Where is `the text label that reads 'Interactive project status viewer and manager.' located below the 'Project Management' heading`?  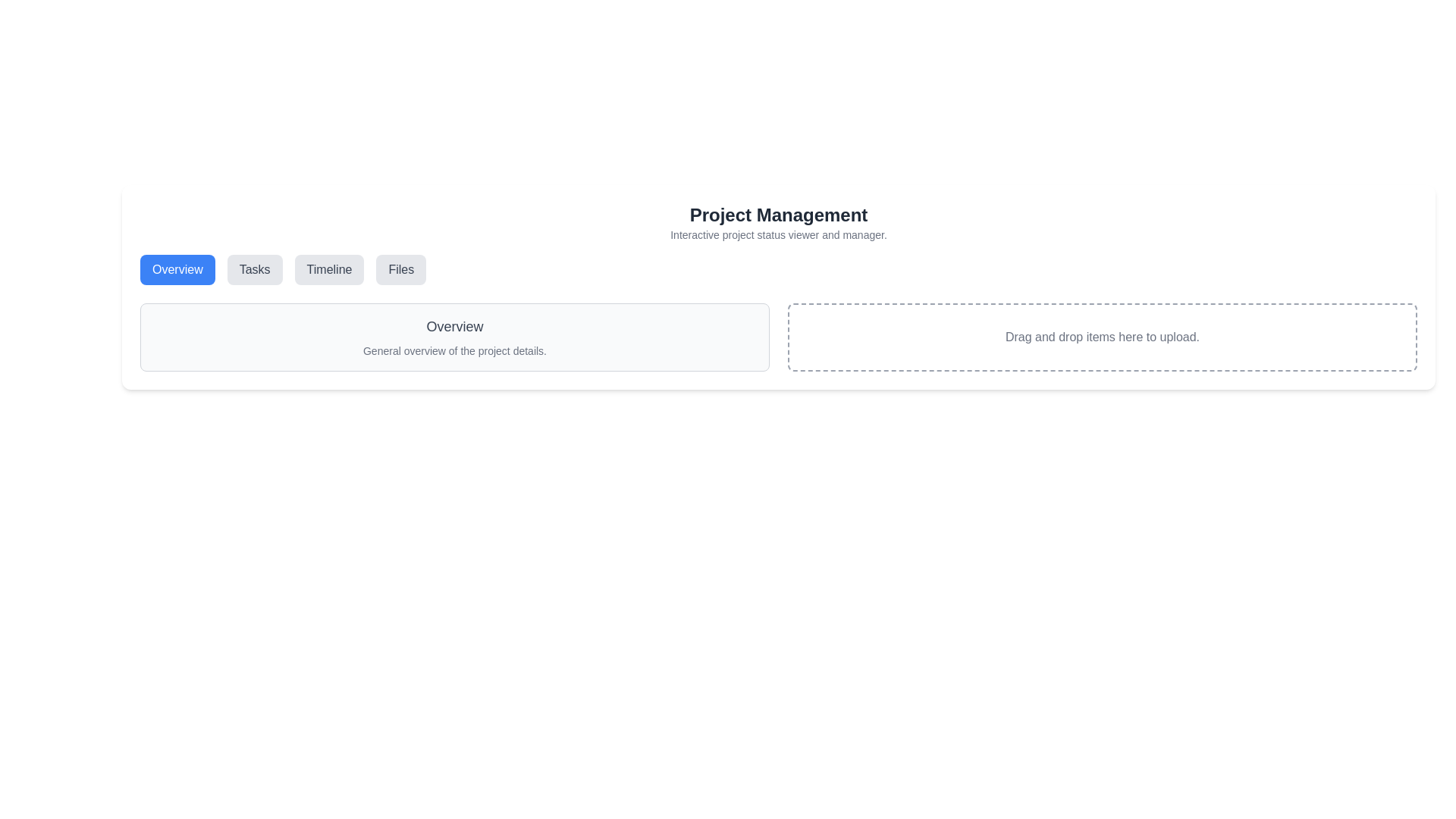
the text label that reads 'Interactive project status viewer and manager.' located below the 'Project Management' heading is located at coordinates (779, 234).